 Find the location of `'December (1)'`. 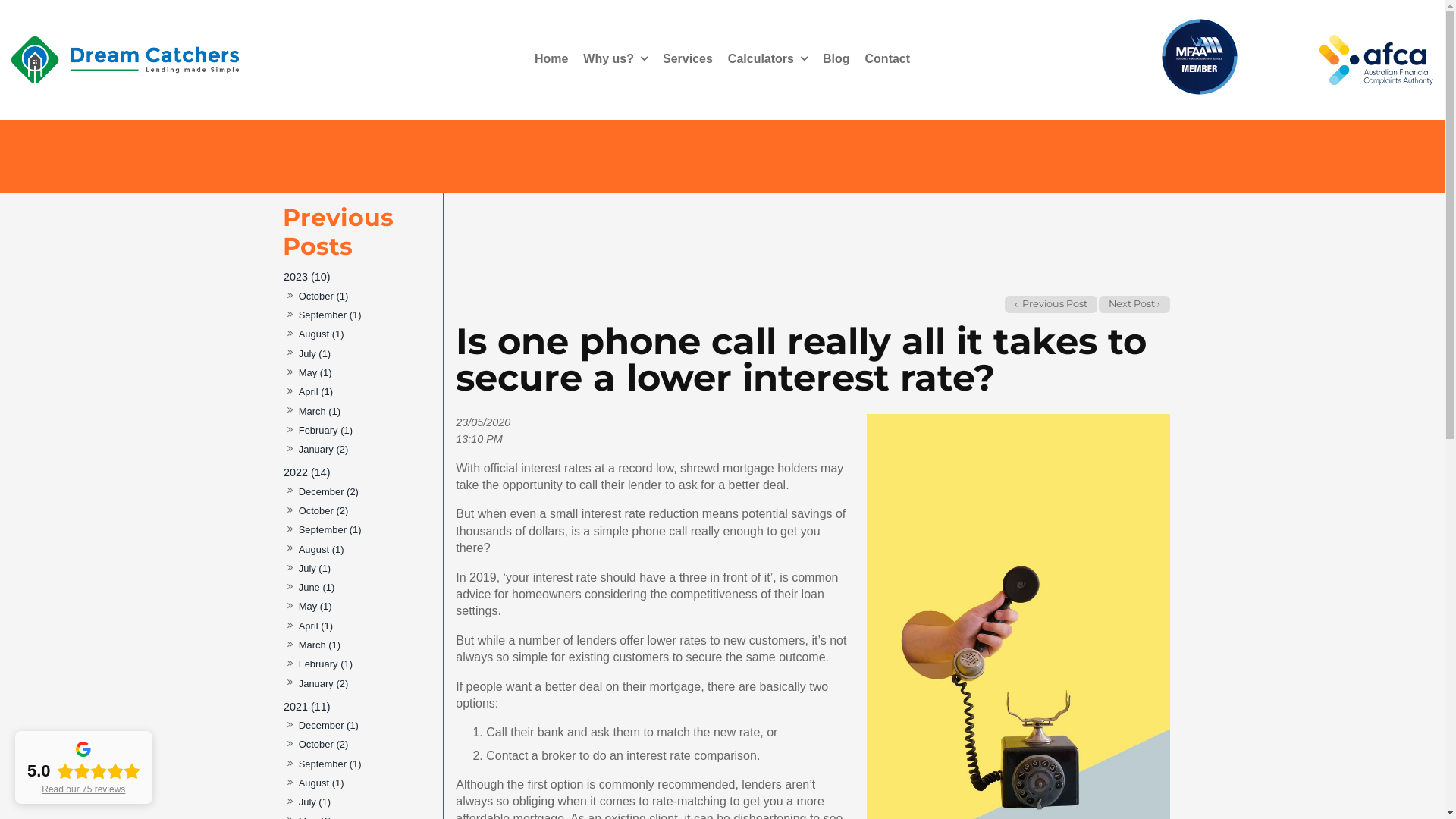

'December (1)' is located at coordinates (327, 725).